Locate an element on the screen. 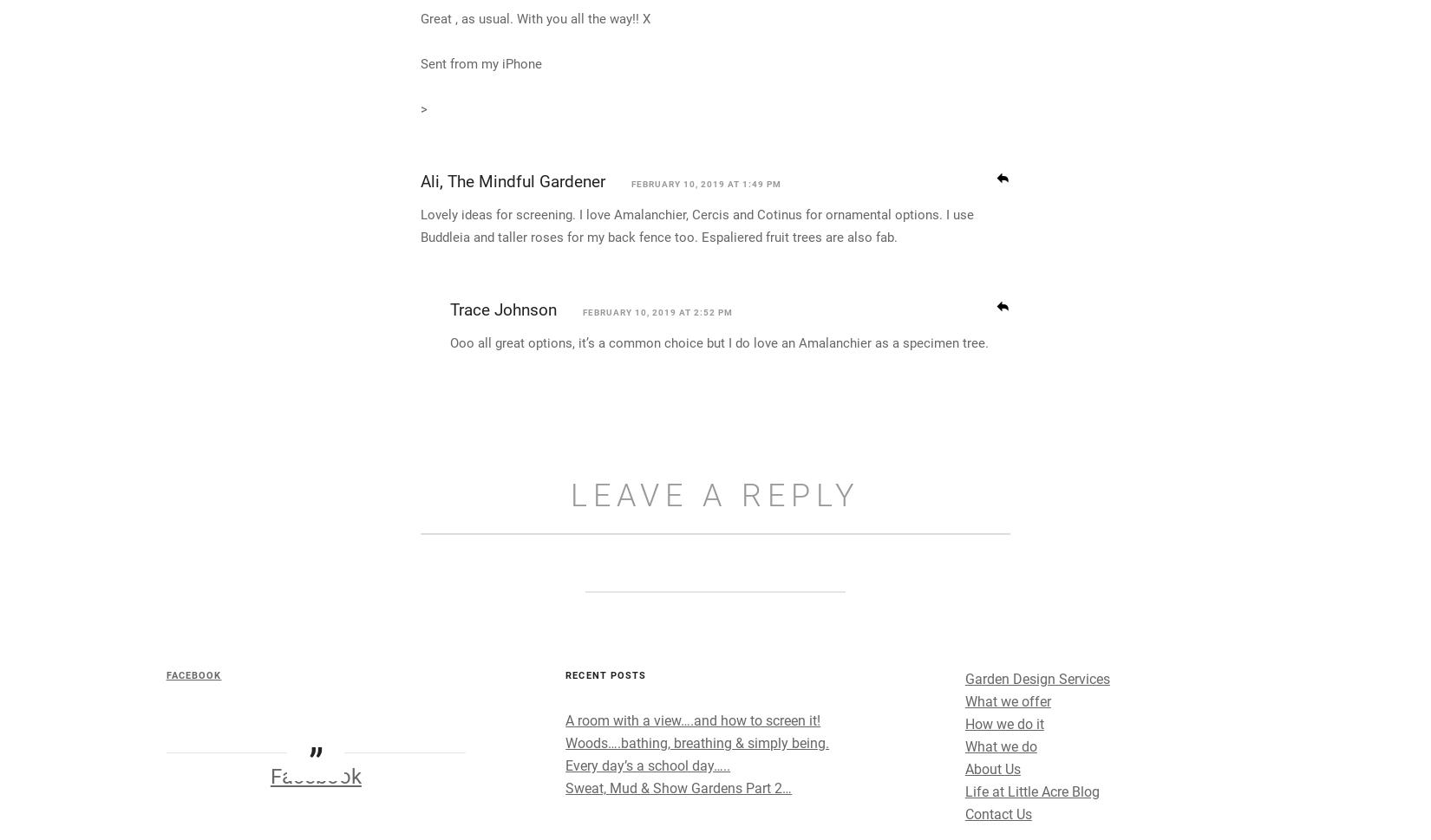  'Sent from my iPhone' is located at coordinates (480, 218).